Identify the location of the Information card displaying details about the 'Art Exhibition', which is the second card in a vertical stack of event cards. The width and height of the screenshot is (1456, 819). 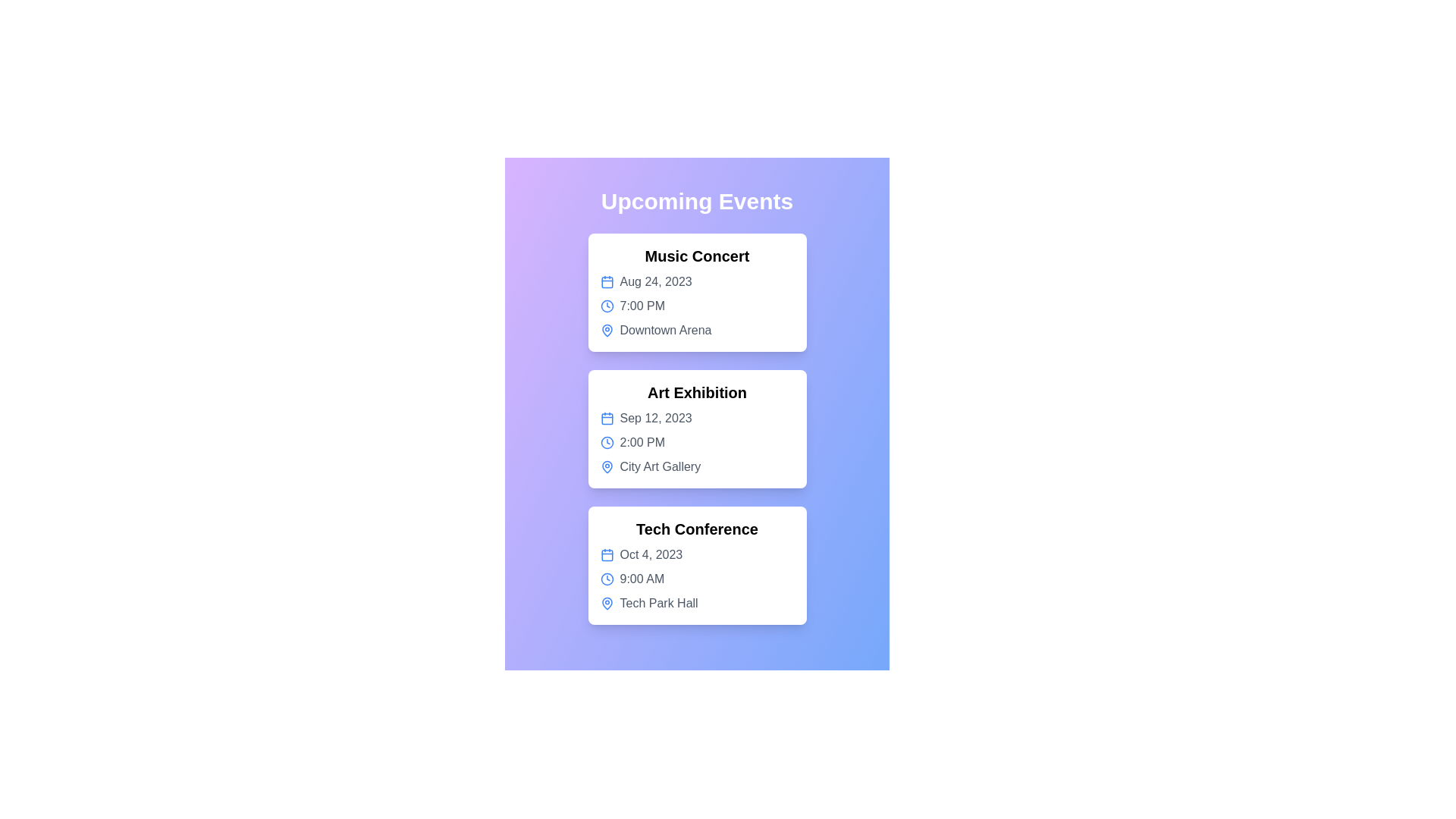
(696, 429).